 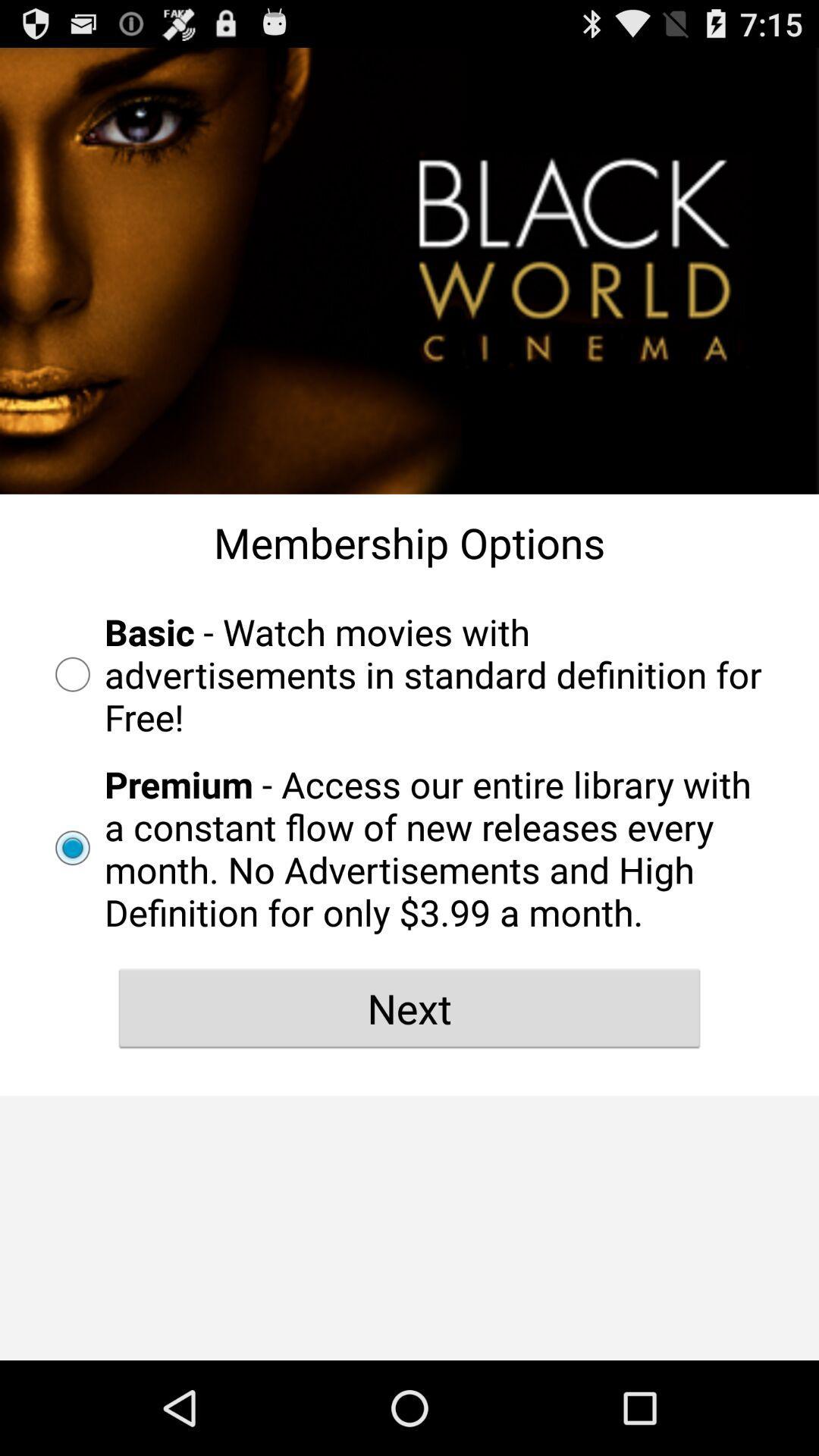 I want to click on the app below the membership options, so click(x=409, y=673).